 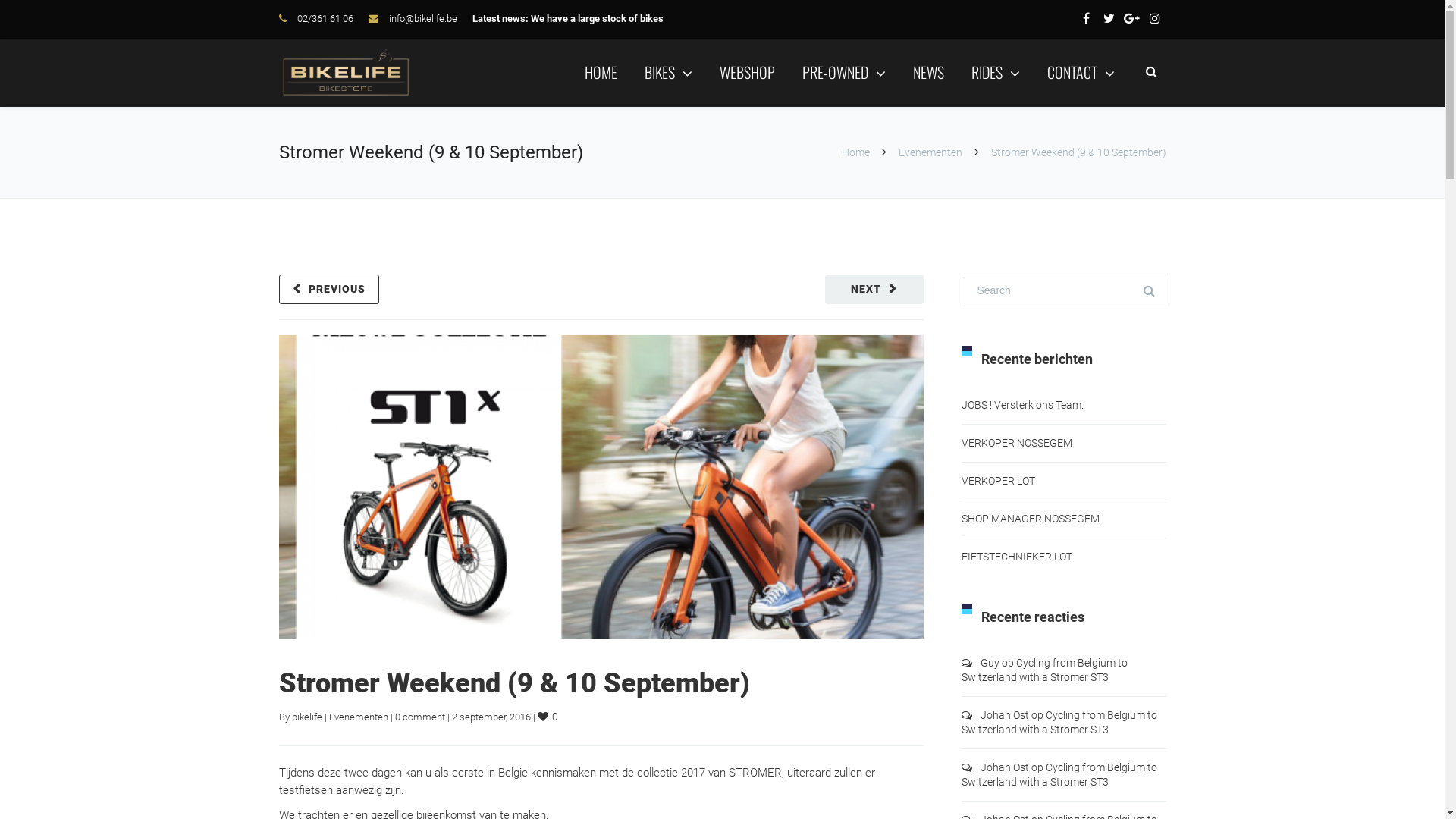 What do you see at coordinates (746, 72) in the screenshot?
I see `'WEBSHOP'` at bounding box center [746, 72].